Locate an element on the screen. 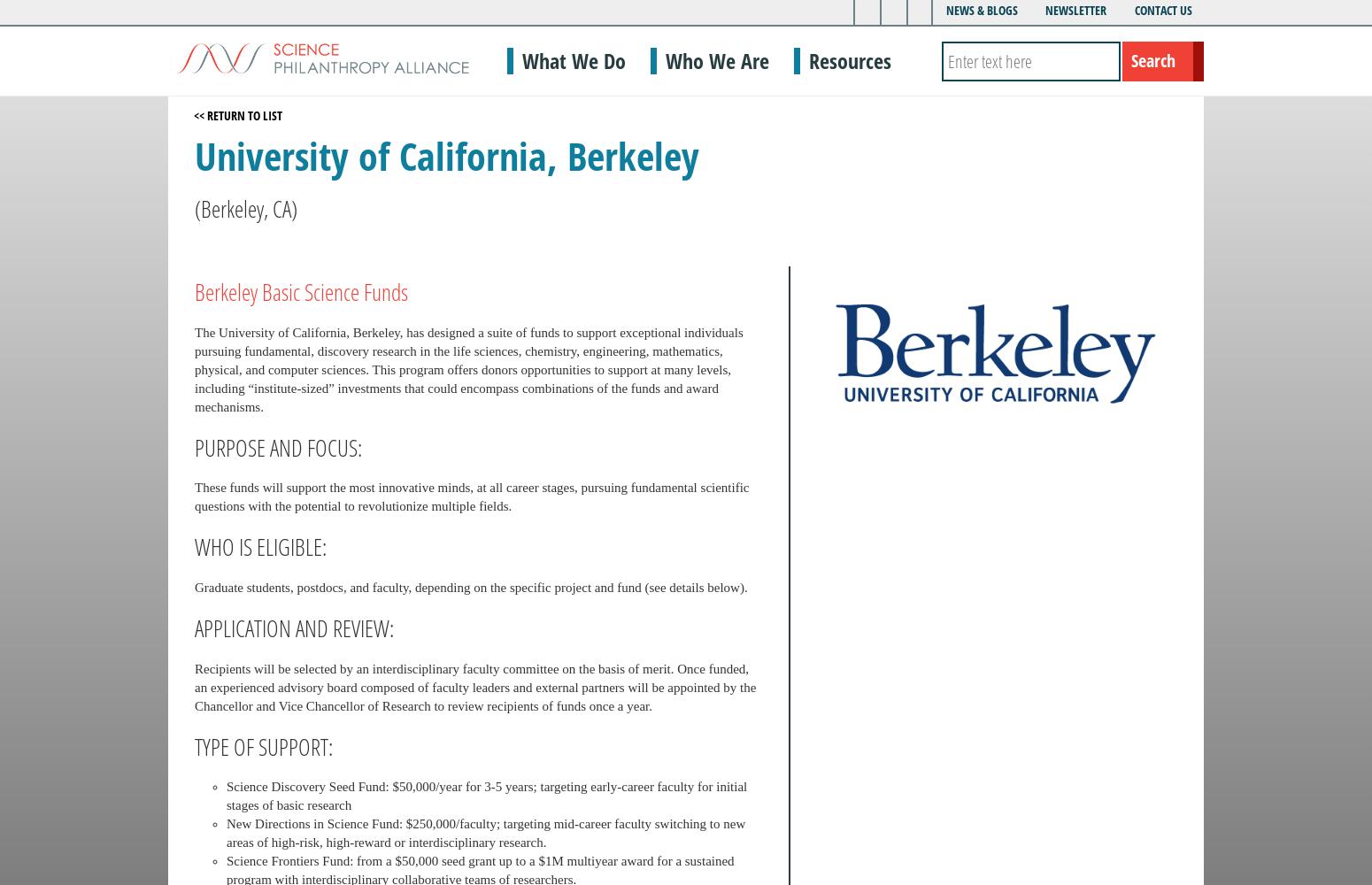 Image resolution: width=1372 pixels, height=885 pixels. '(Berkeley, CA)' is located at coordinates (246, 207).